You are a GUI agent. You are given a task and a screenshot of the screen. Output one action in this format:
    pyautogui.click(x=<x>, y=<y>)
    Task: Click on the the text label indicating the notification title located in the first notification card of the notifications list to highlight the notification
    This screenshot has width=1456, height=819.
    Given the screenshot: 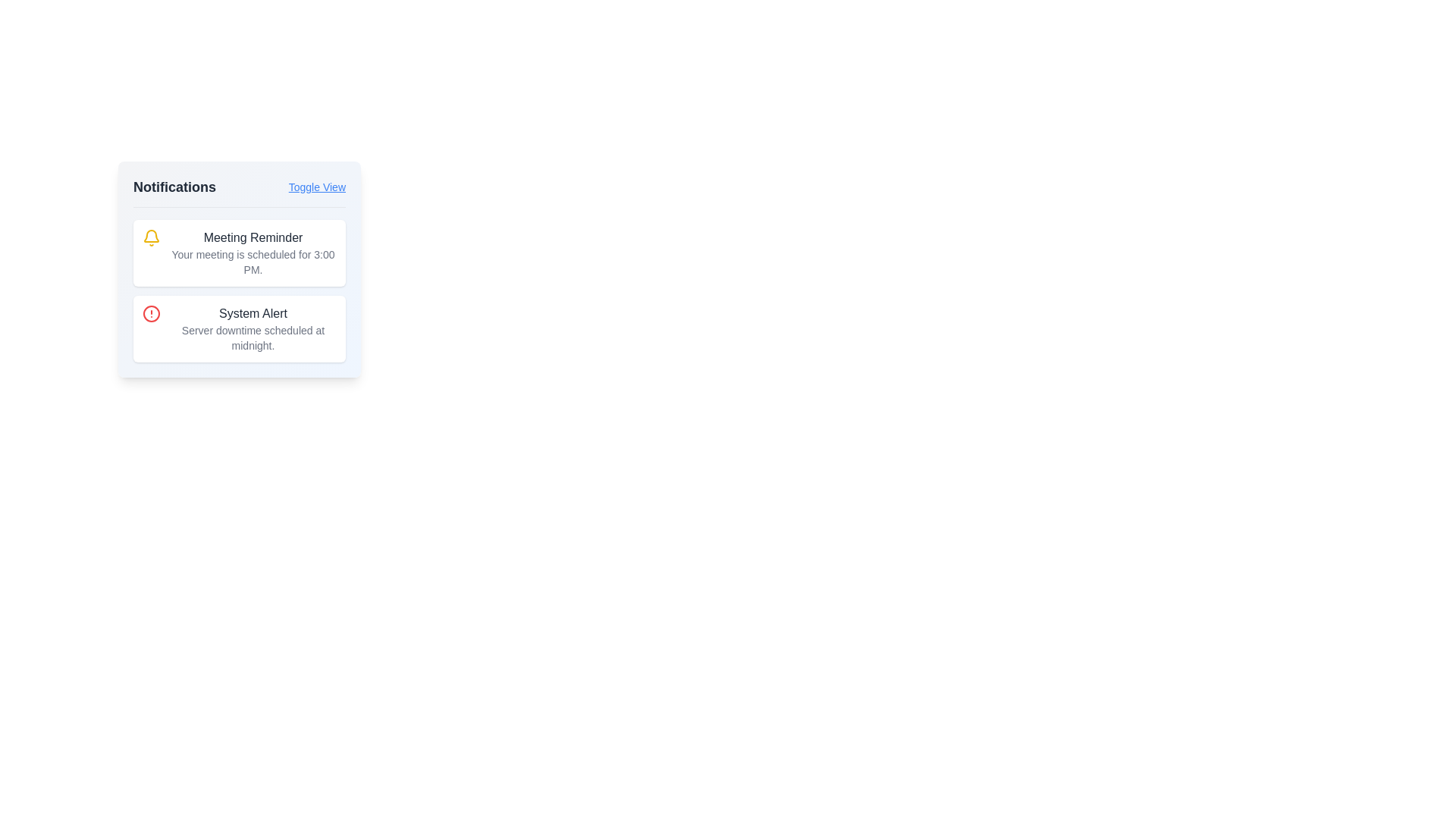 What is the action you would take?
    pyautogui.click(x=253, y=237)
    